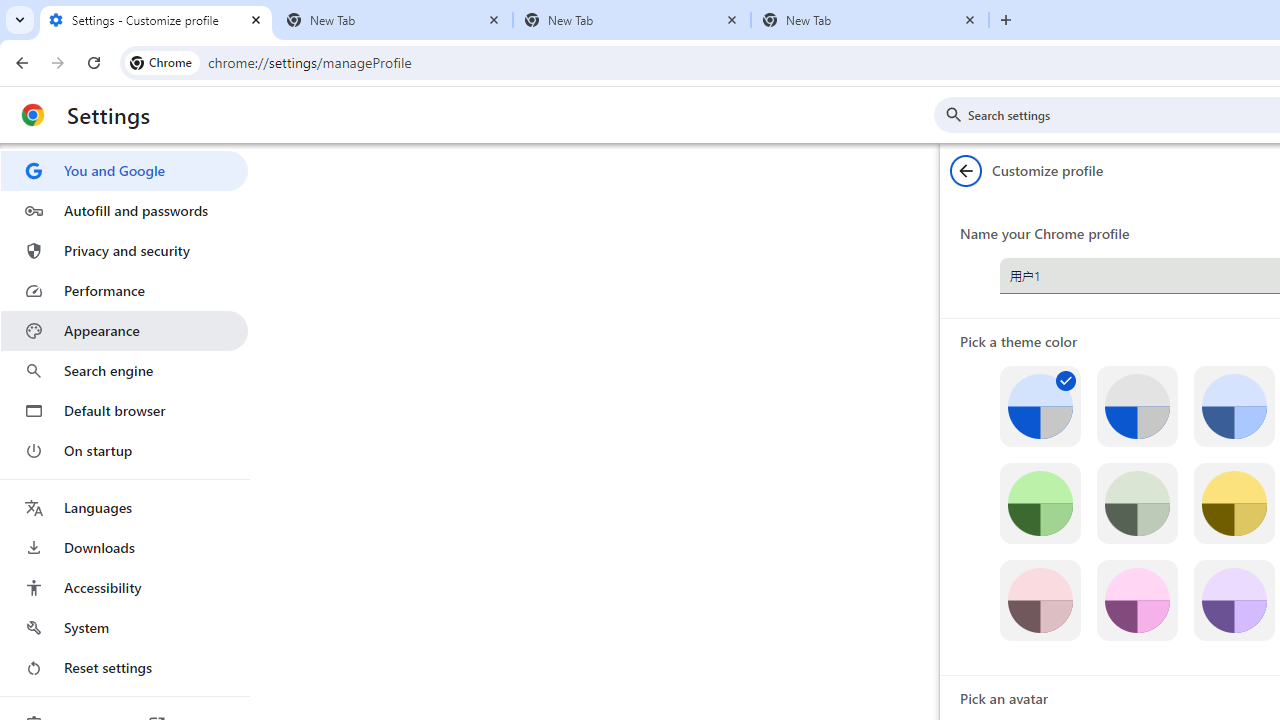  Describe the element at coordinates (123, 210) in the screenshot. I see `'Autofill and passwords'` at that location.